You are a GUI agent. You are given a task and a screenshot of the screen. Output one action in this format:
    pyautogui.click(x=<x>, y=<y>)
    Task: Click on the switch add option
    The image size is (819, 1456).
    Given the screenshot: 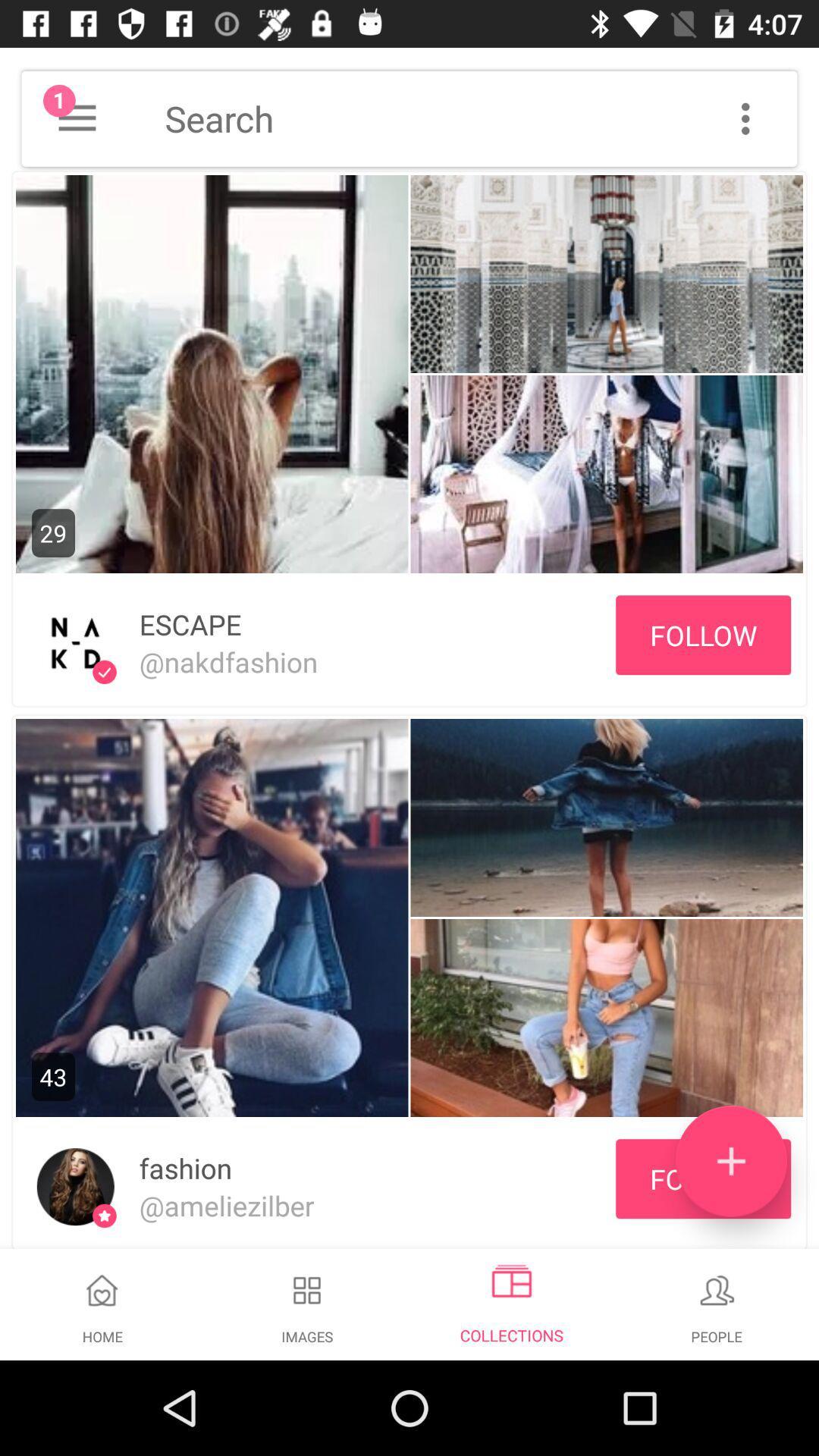 What is the action you would take?
    pyautogui.click(x=730, y=1160)
    